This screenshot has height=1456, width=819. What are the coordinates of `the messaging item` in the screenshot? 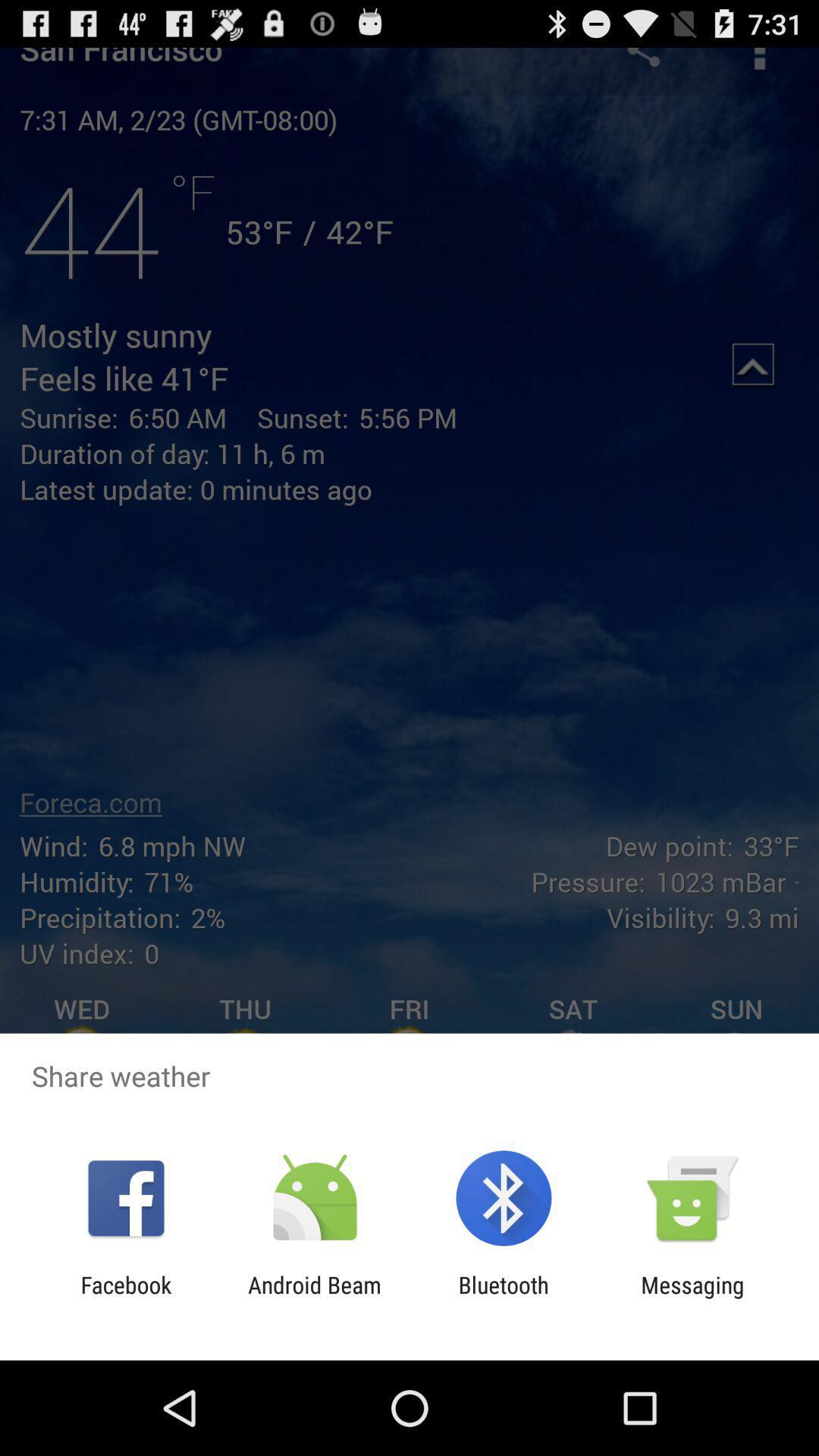 It's located at (692, 1298).